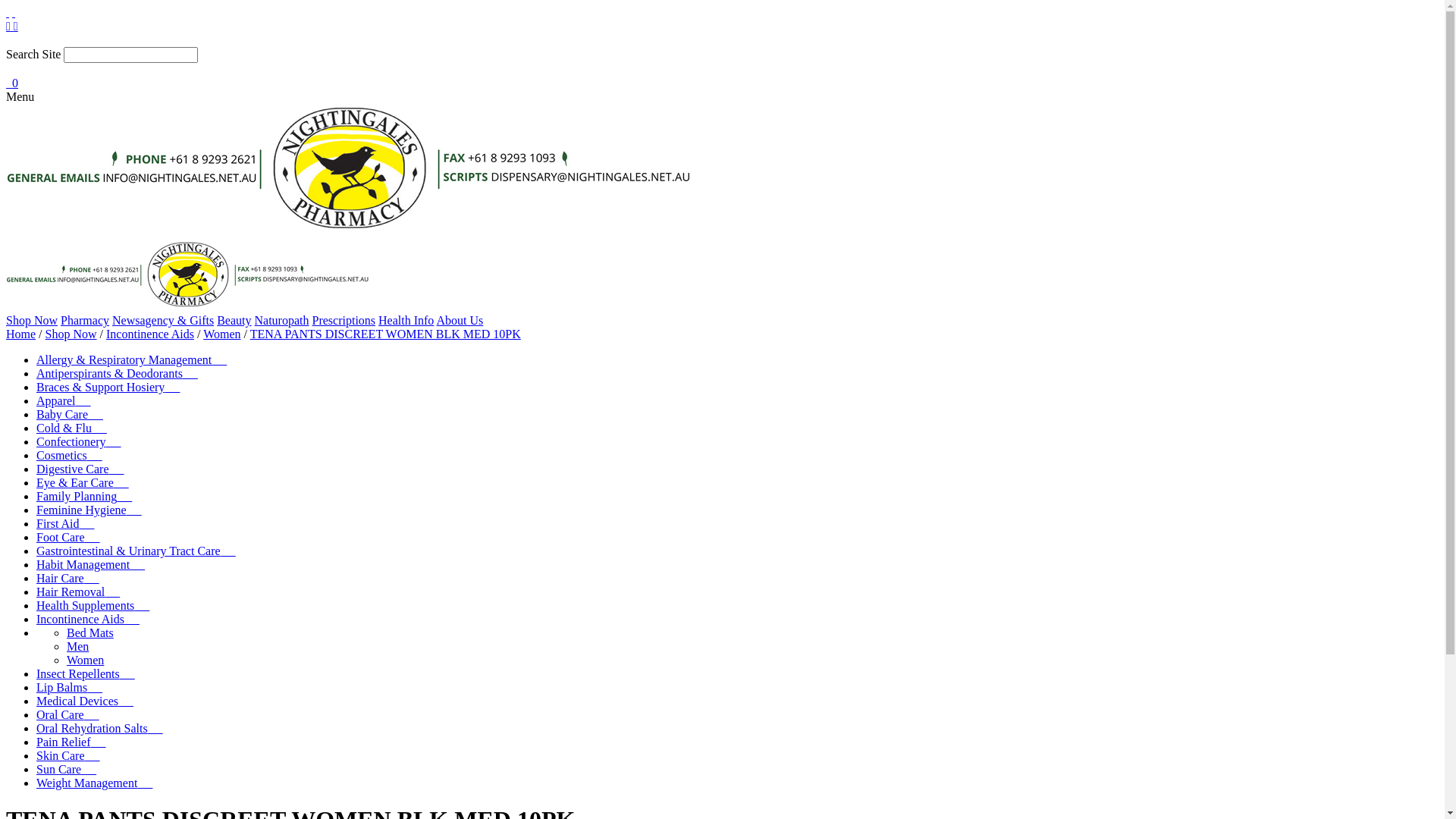 This screenshot has width=1456, height=819. I want to click on 'Instagram', so click(15, 26).